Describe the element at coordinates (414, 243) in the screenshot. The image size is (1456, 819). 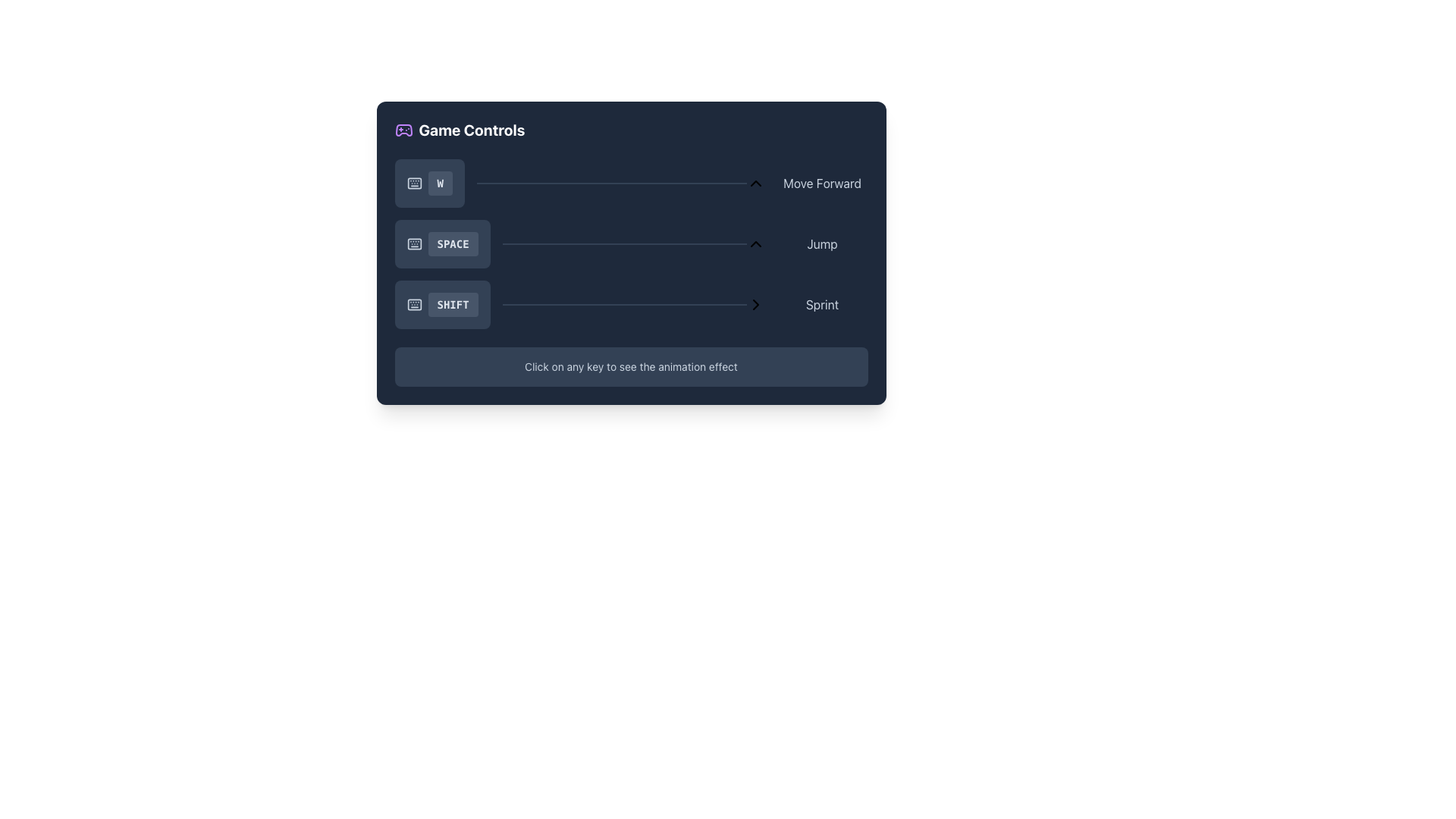
I see `the SVG Icon representing the spacebar key, which is located in the second row of controls and positioned to the left of the 'SPACE' label` at that location.